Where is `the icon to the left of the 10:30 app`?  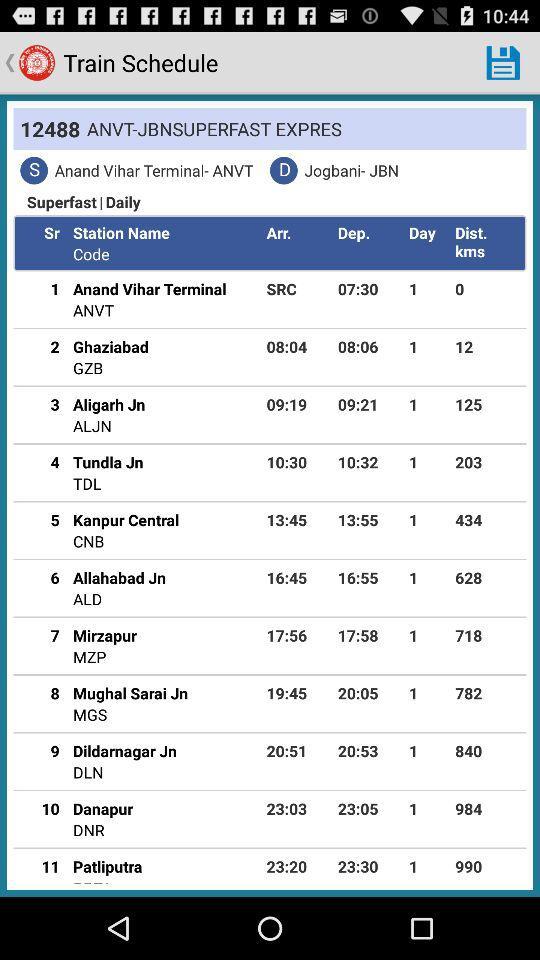 the icon to the left of the 10:30 app is located at coordinates (86, 482).